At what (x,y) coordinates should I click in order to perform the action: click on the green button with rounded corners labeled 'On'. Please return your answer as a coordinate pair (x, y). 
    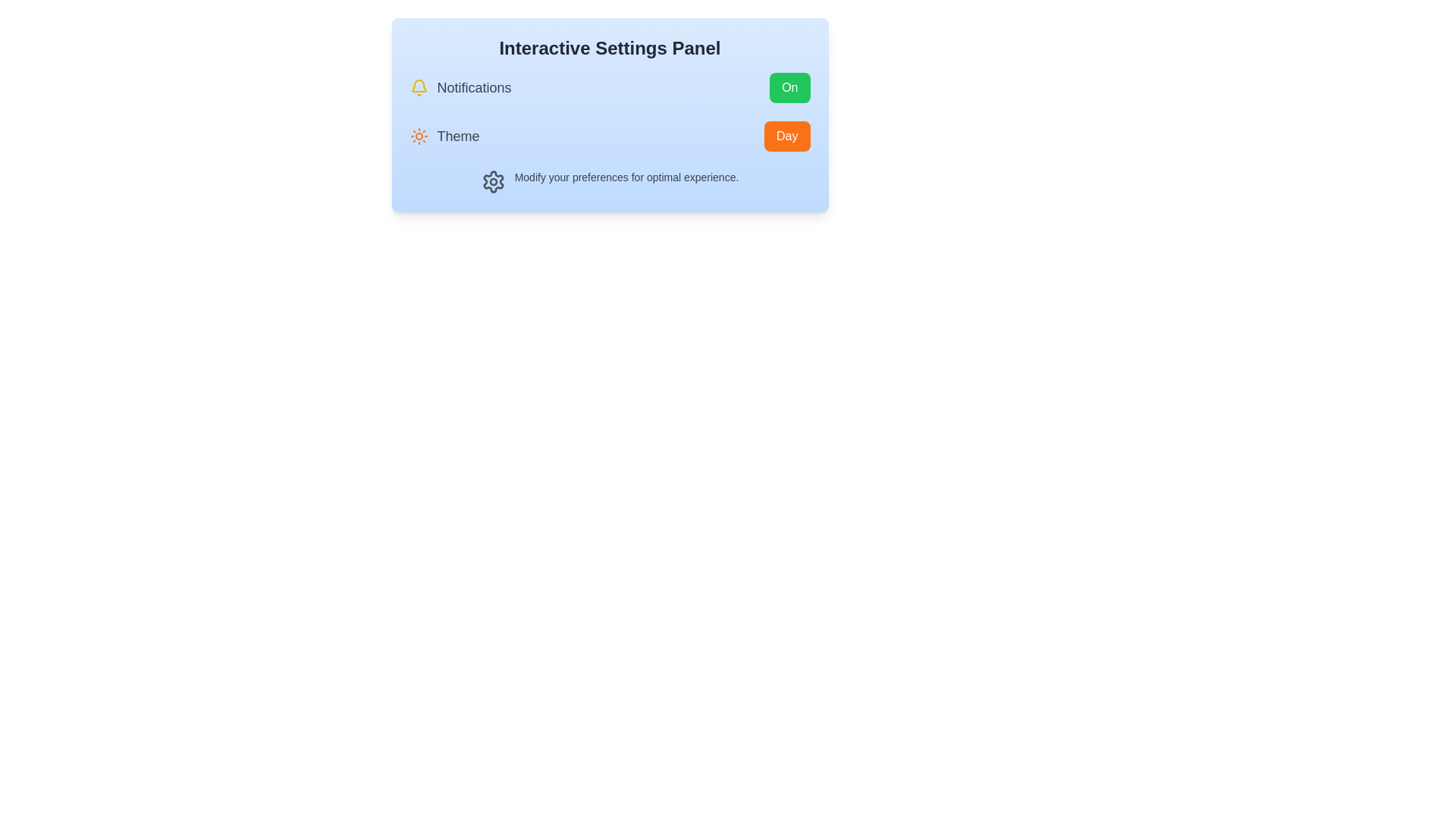
    Looking at the image, I should click on (789, 87).